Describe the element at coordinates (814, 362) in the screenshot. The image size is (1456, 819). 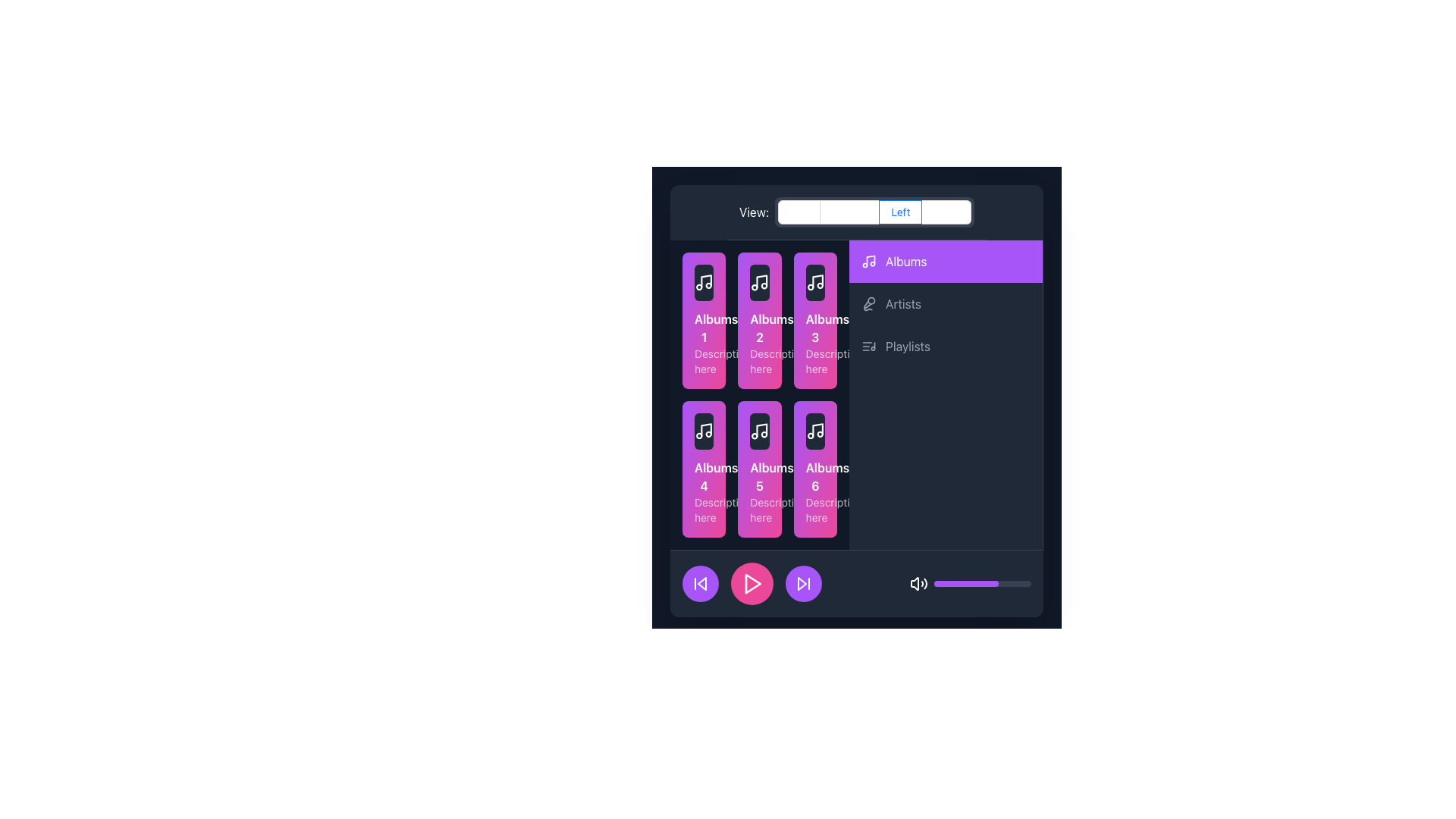
I see `the text label reading 'Description here' located directly below 'Albums 3' in the third album card of the grid layout` at that location.